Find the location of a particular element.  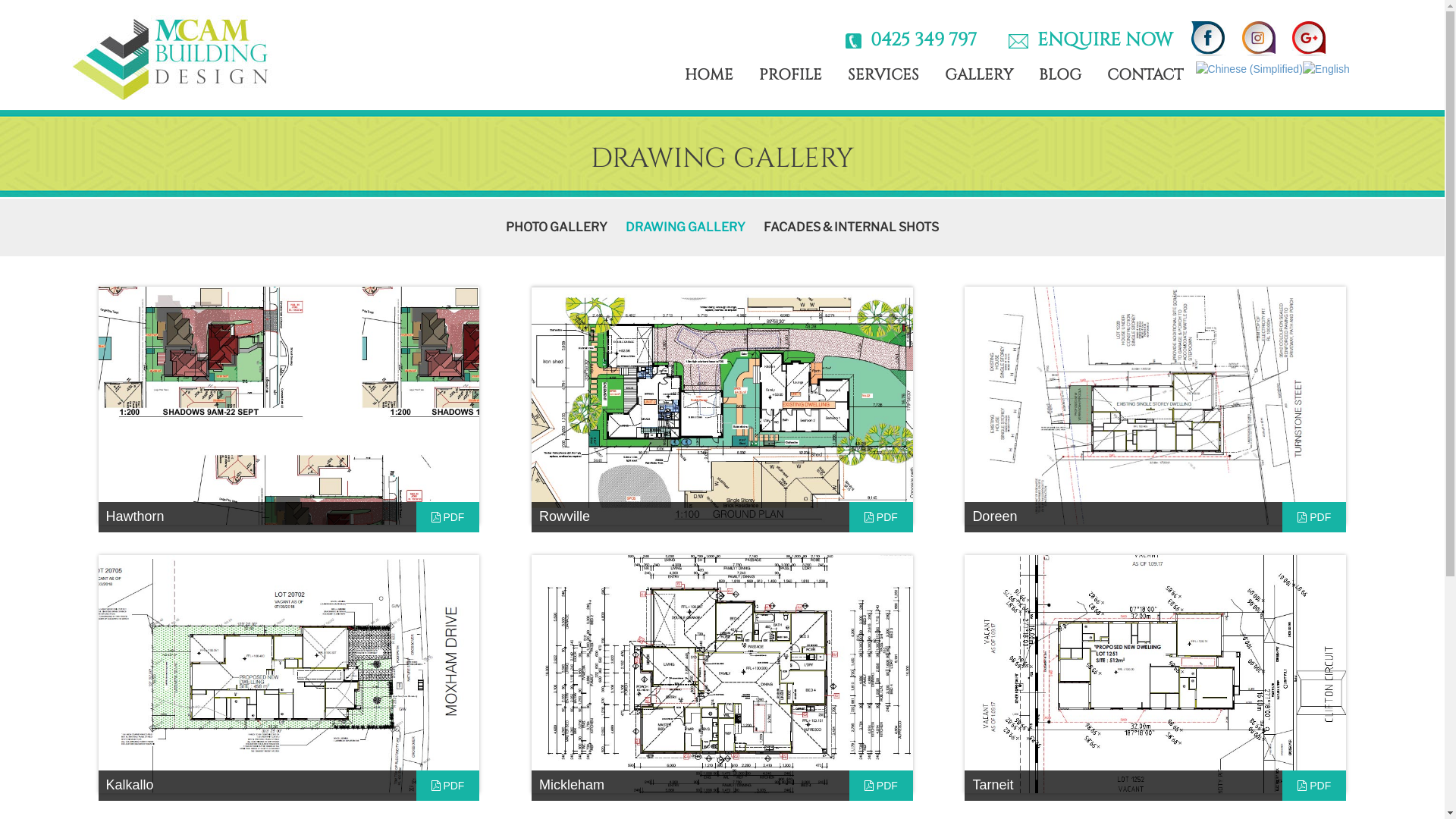

'google' is located at coordinates (1347, 28).